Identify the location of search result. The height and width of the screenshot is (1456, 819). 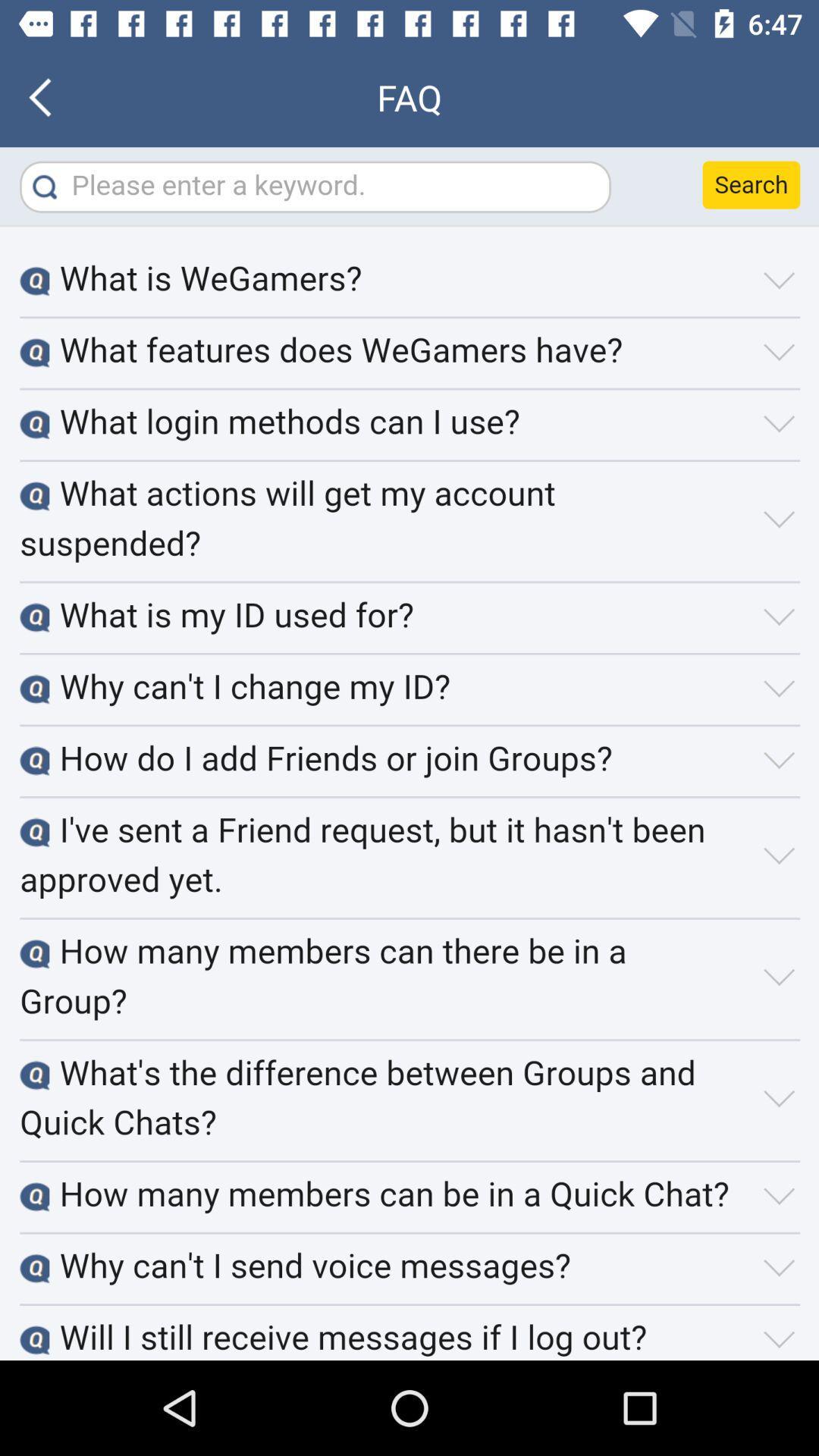
(409, 754).